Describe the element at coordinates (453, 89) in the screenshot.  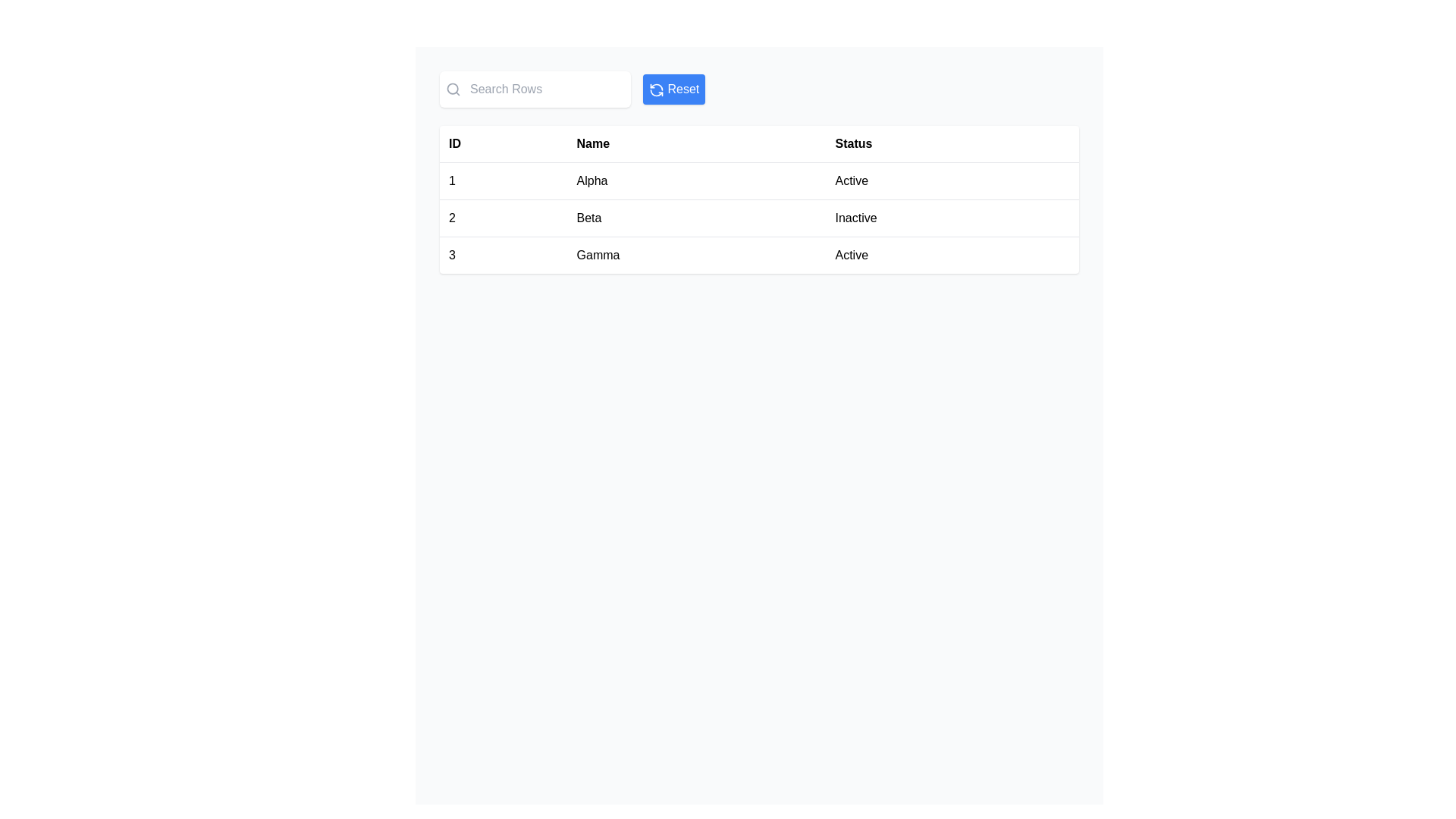
I see `the search icon located at the top left corner of the interface, which indicates the search functionality` at that location.